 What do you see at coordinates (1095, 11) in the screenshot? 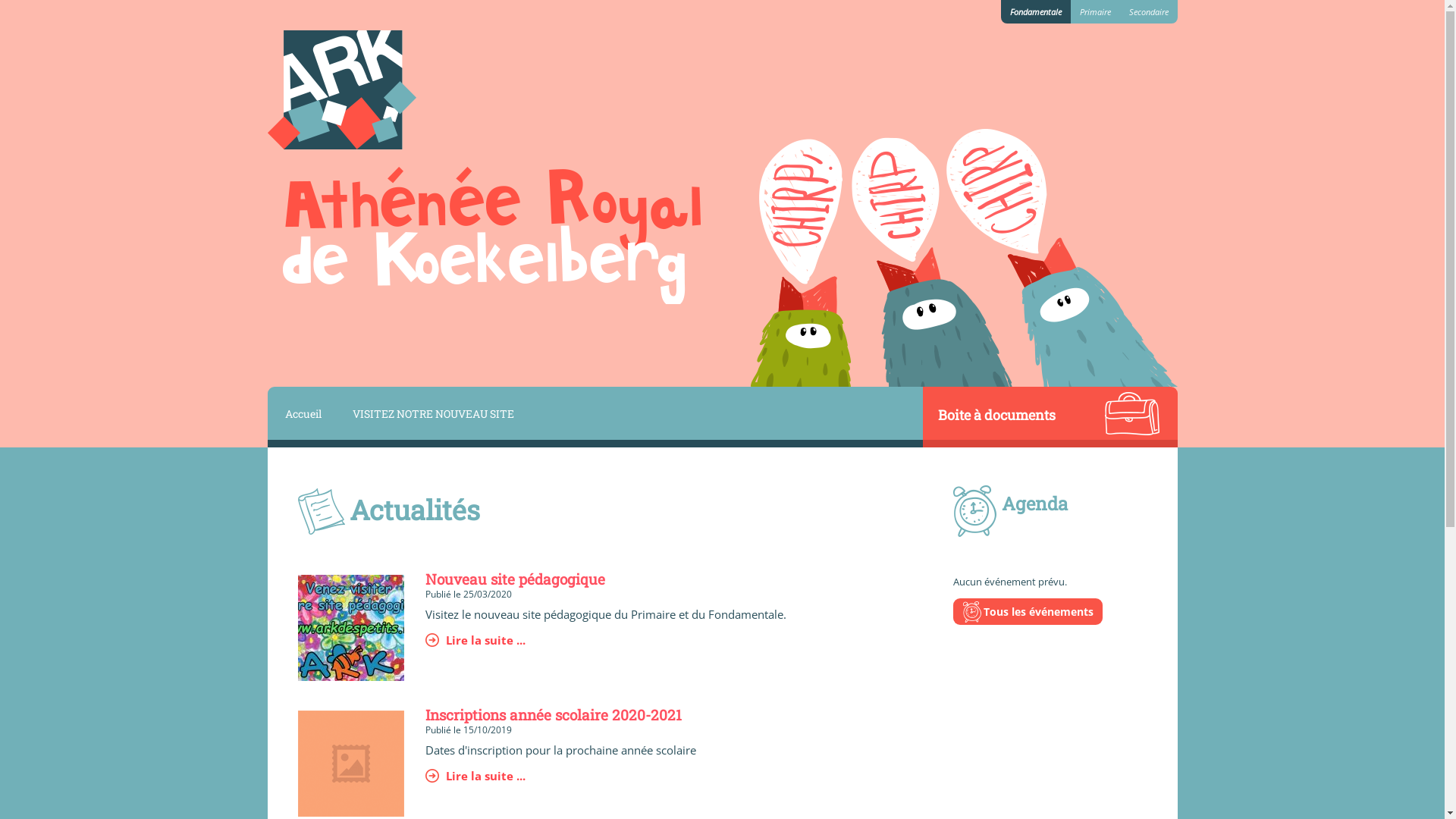
I see `'Primaire'` at bounding box center [1095, 11].